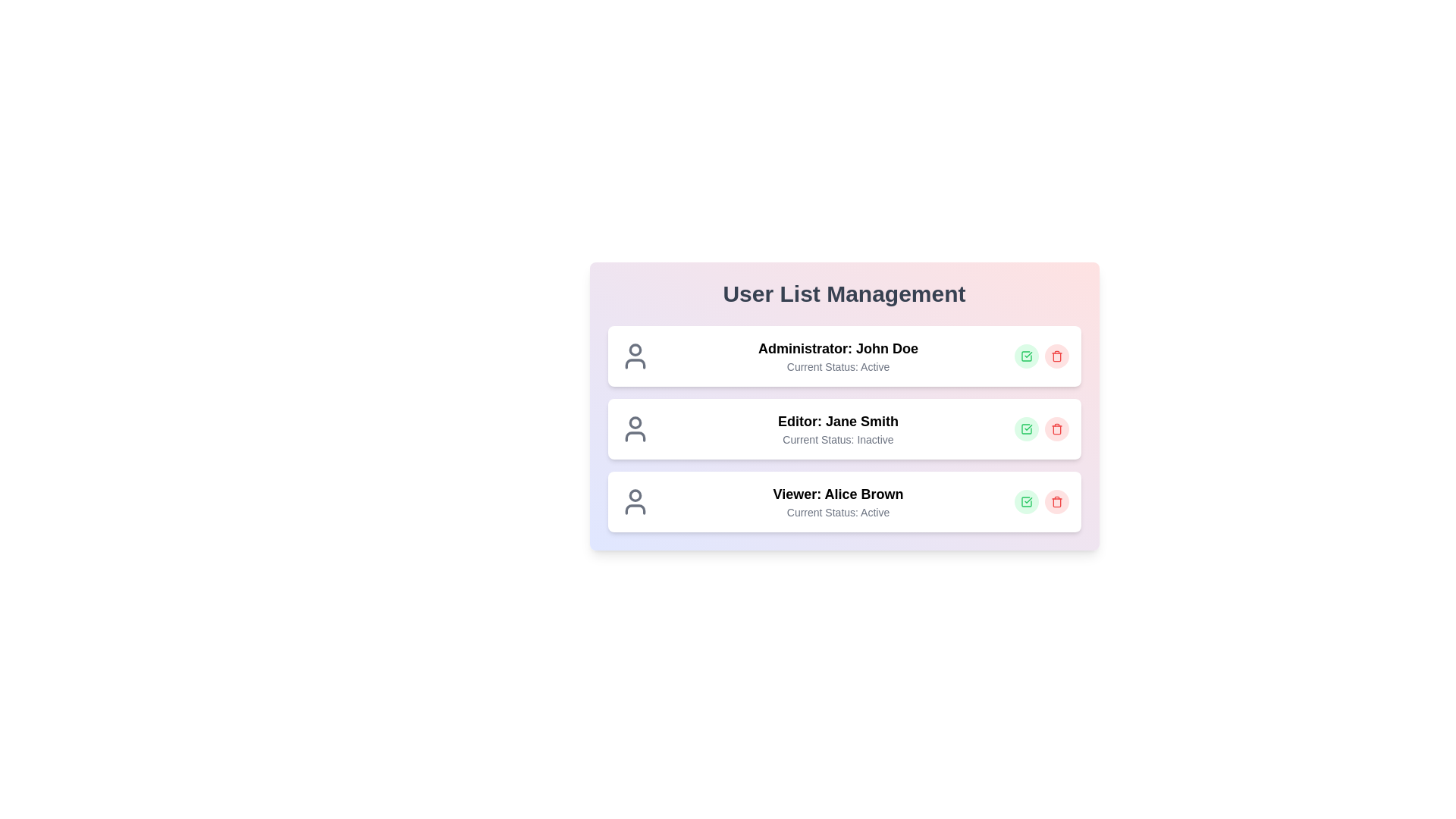 This screenshot has width=1456, height=819. What do you see at coordinates (1026, 502) in the screenshot?
I see `the circular green button with a checkmark symbol located to the left of the red trash icon for user 'Viewer: Alice Brown'` at bounding box center [1026, 502].